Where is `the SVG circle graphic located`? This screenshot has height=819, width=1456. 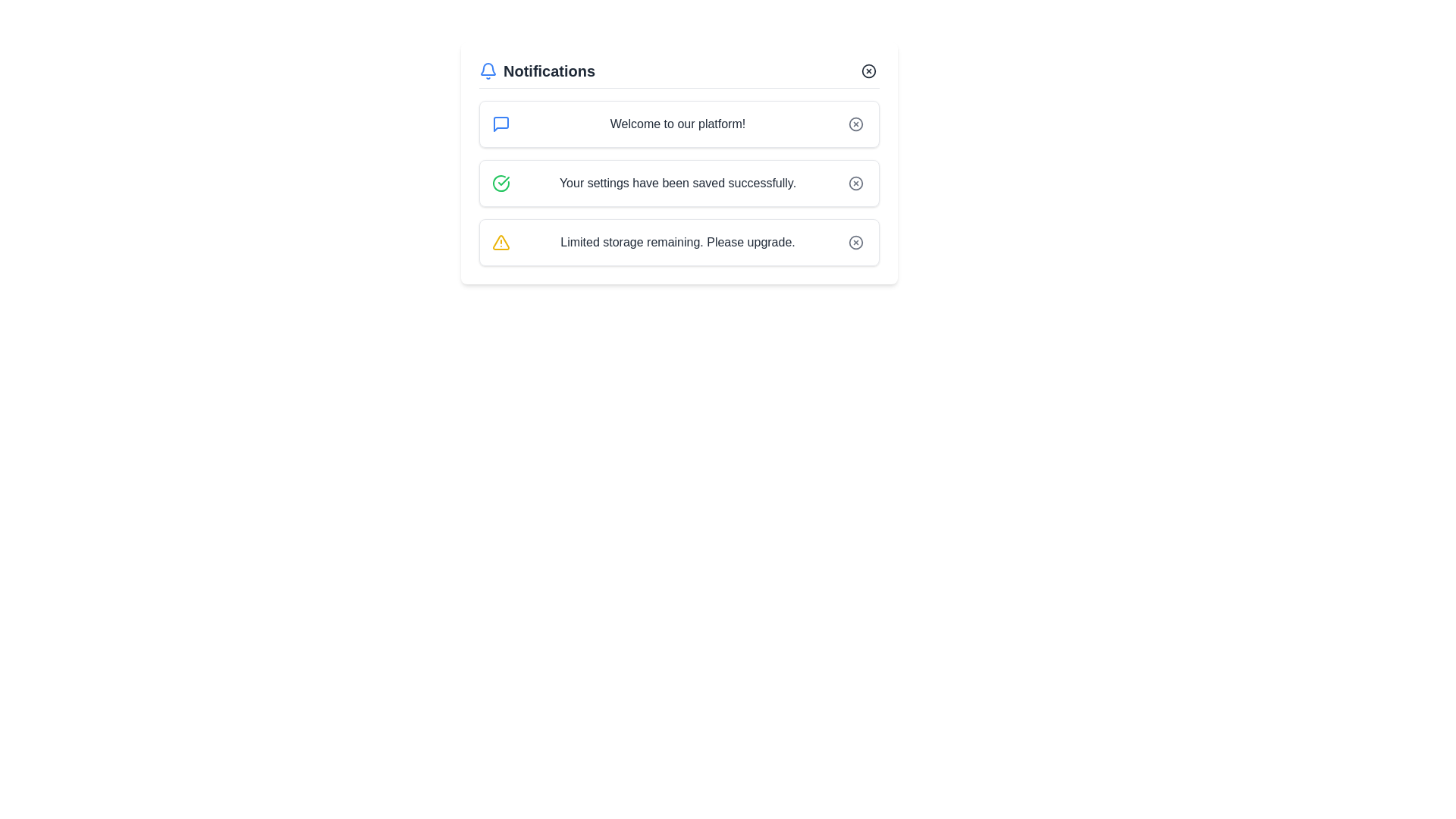
the SVG circle graphic located is located at coordinates (855, 183).